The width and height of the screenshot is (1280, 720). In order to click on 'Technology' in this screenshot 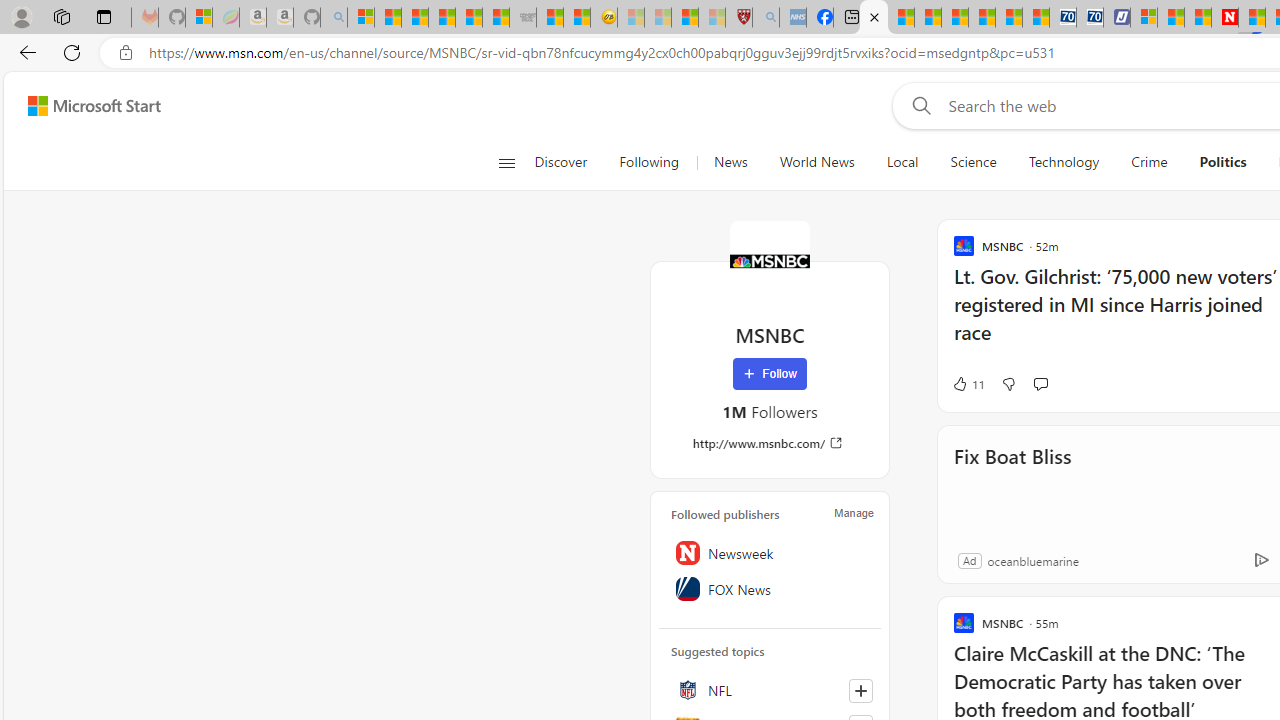, I will do `click(1063, 162)`.